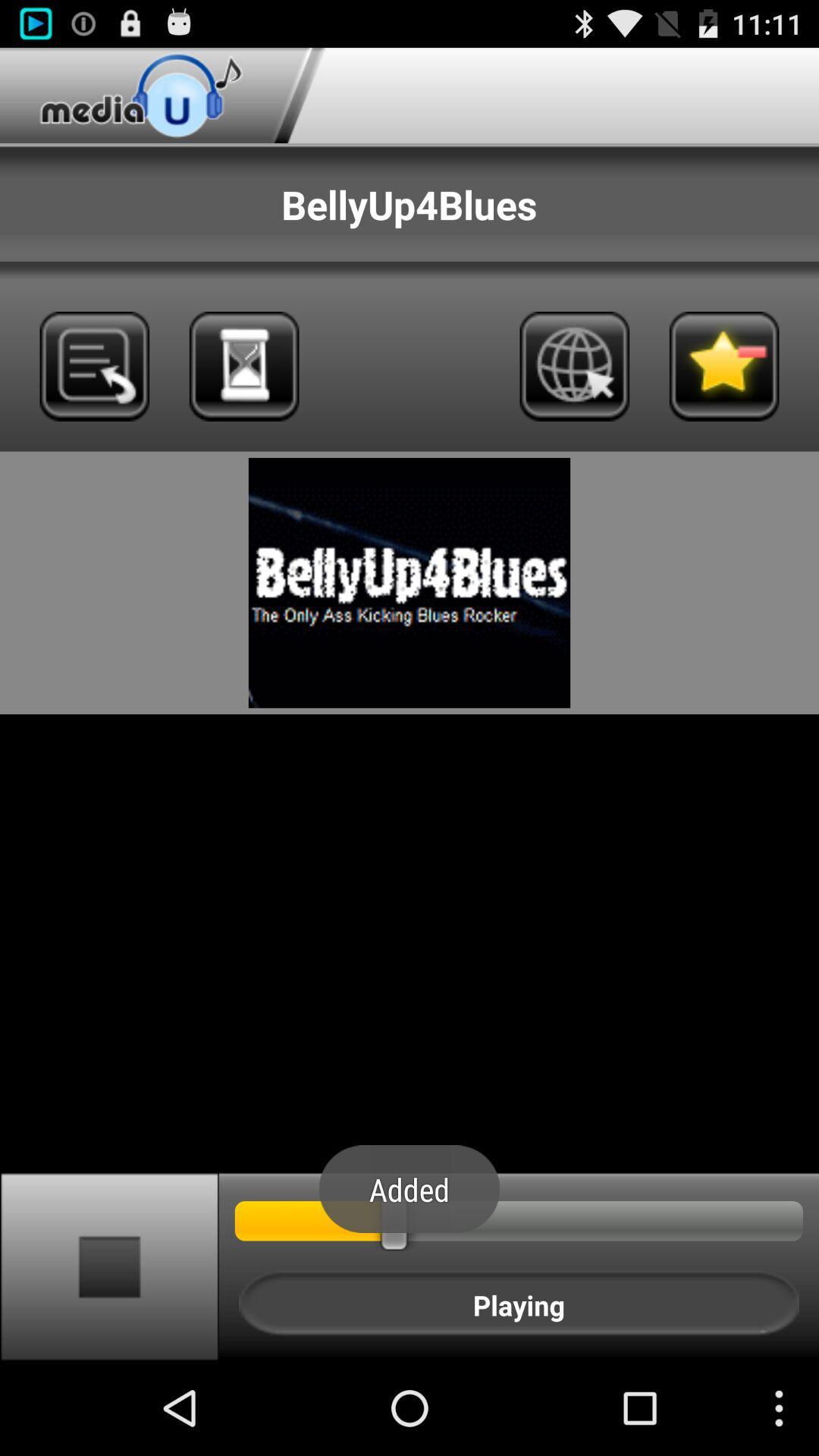 This screenshot has width=819, height=1456. What do you see at coordinates (243, 366) in the screenshot?
I see `timer` at bounding box center [243, 366].